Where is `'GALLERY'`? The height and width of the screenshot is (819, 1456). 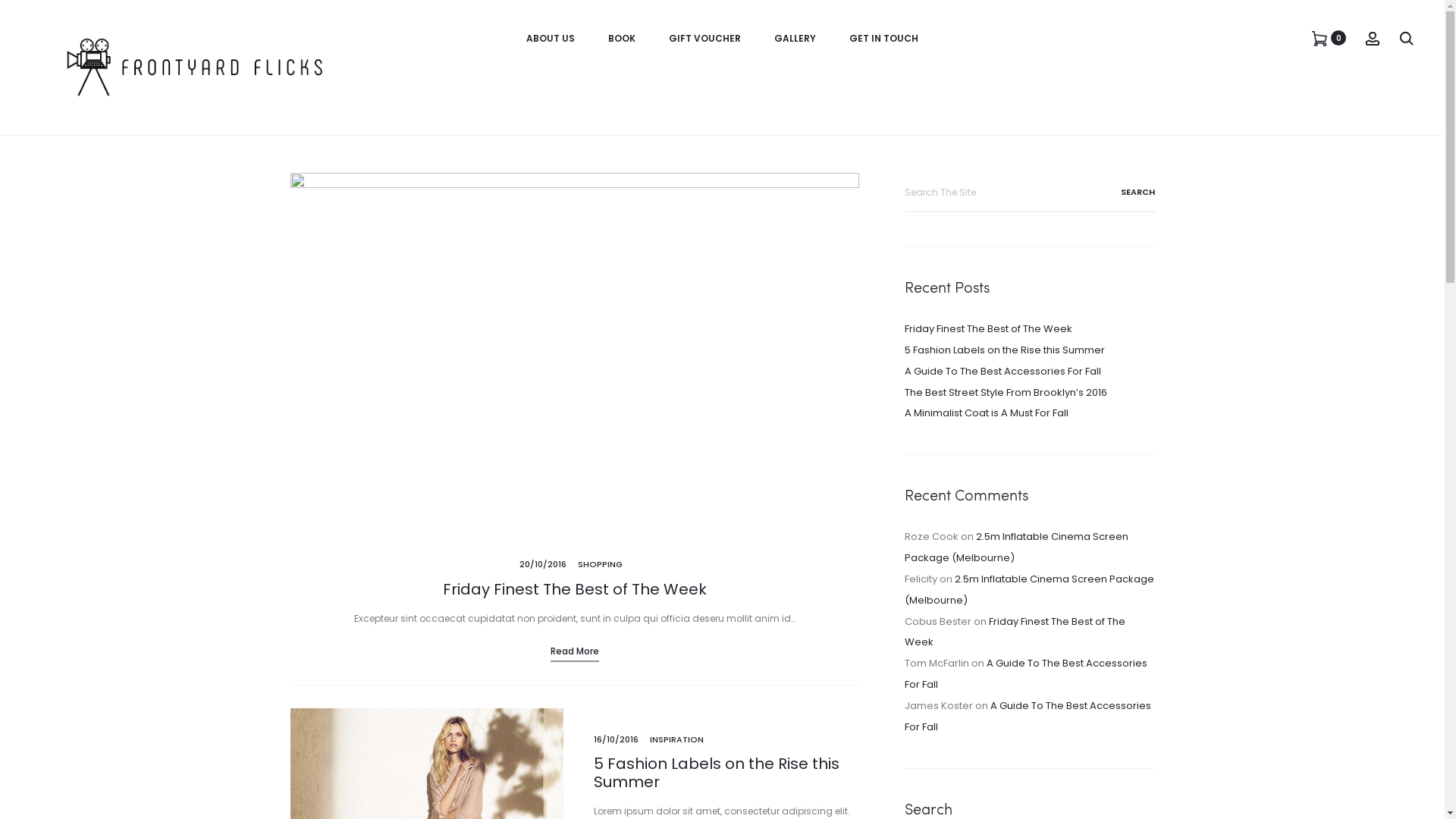 'GALLERY' is located at coordinates (774, 37).